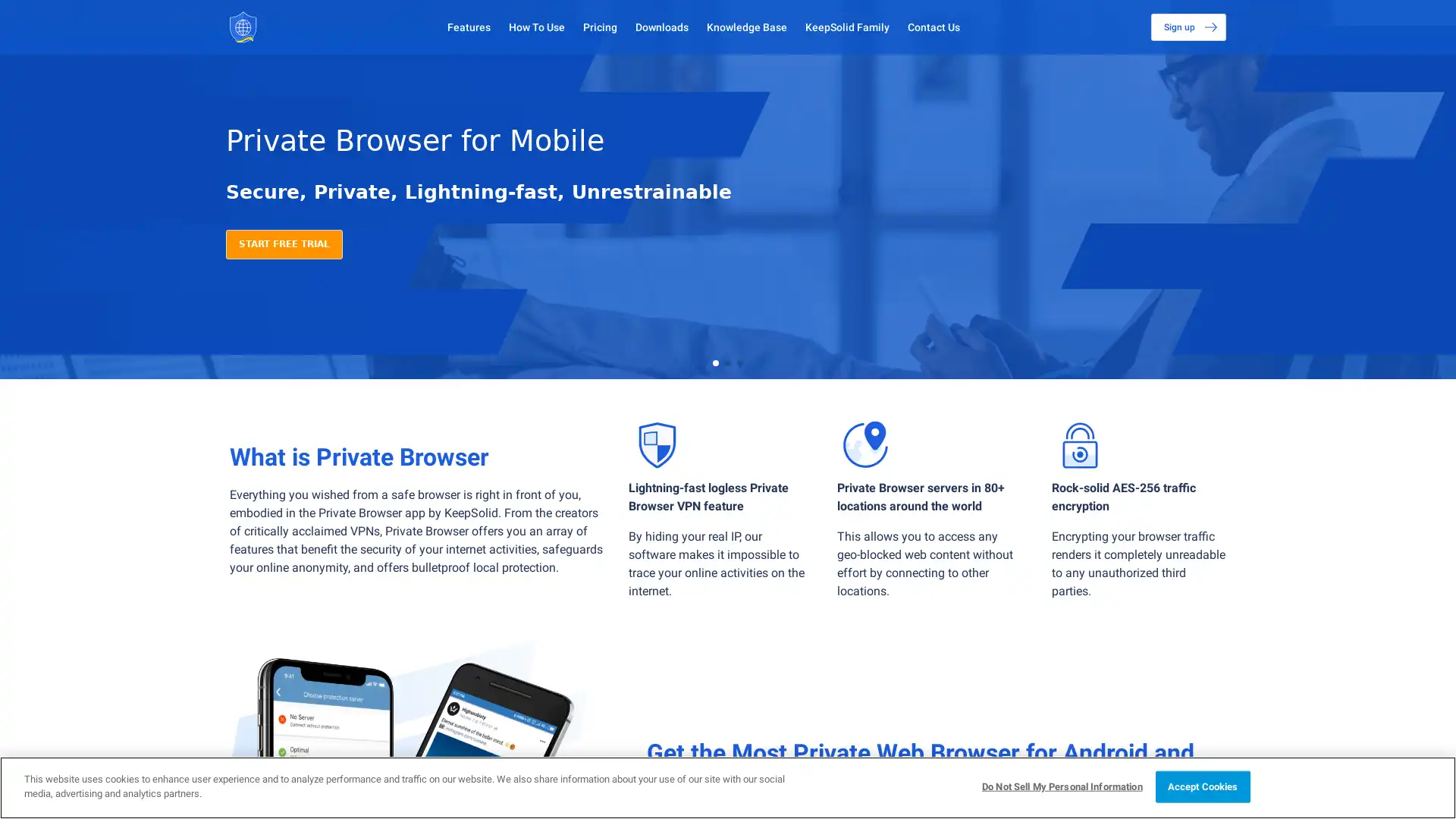 This screenshot has width=1456, height=819. What do you see at coordinates (715, 362) in the screenshot?
I see `Go to slide 1` at bounding box center [715, 362].